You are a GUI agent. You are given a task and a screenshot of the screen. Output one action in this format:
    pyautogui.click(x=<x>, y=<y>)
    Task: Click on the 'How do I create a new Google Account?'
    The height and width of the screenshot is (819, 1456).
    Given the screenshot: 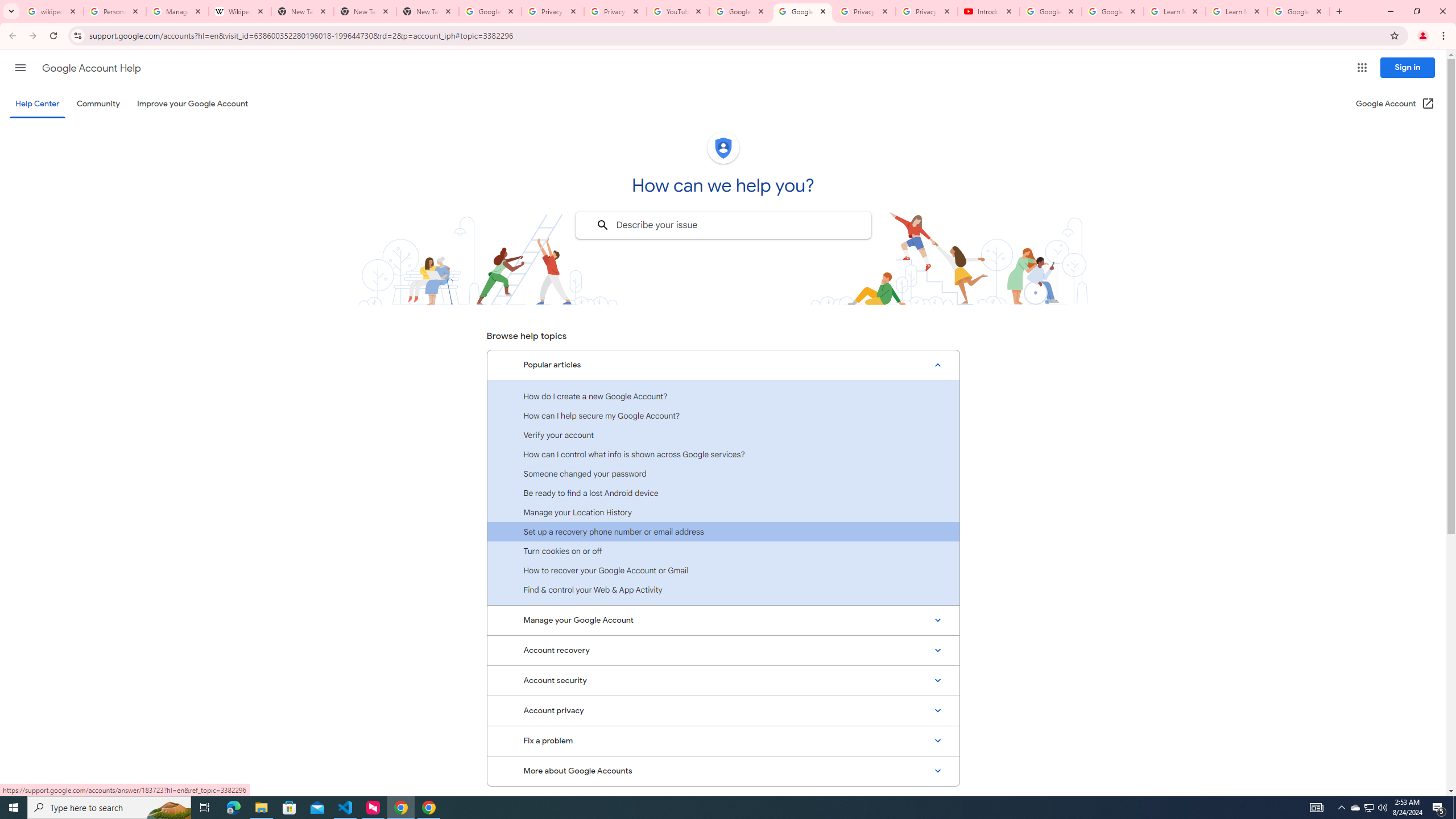 What is the action you would take?
    pyautogui.click(x=723, y=396)
    